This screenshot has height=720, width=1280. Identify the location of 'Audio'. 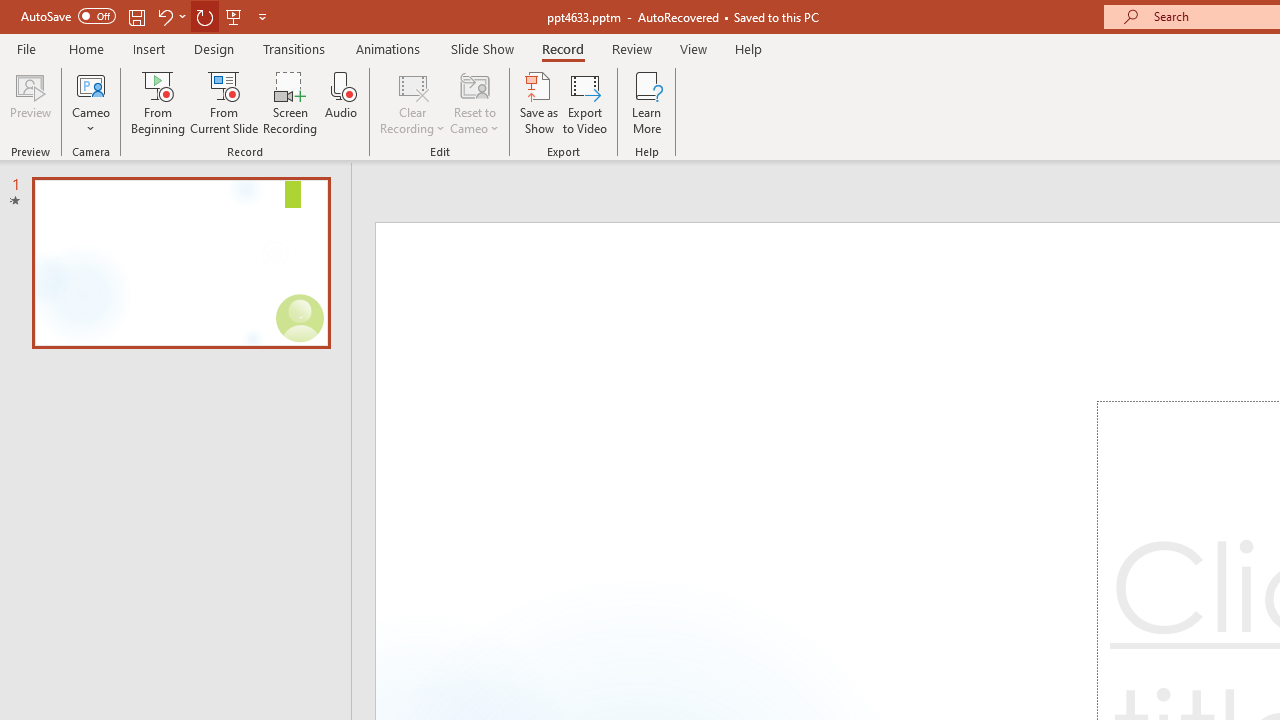
(341, 103).